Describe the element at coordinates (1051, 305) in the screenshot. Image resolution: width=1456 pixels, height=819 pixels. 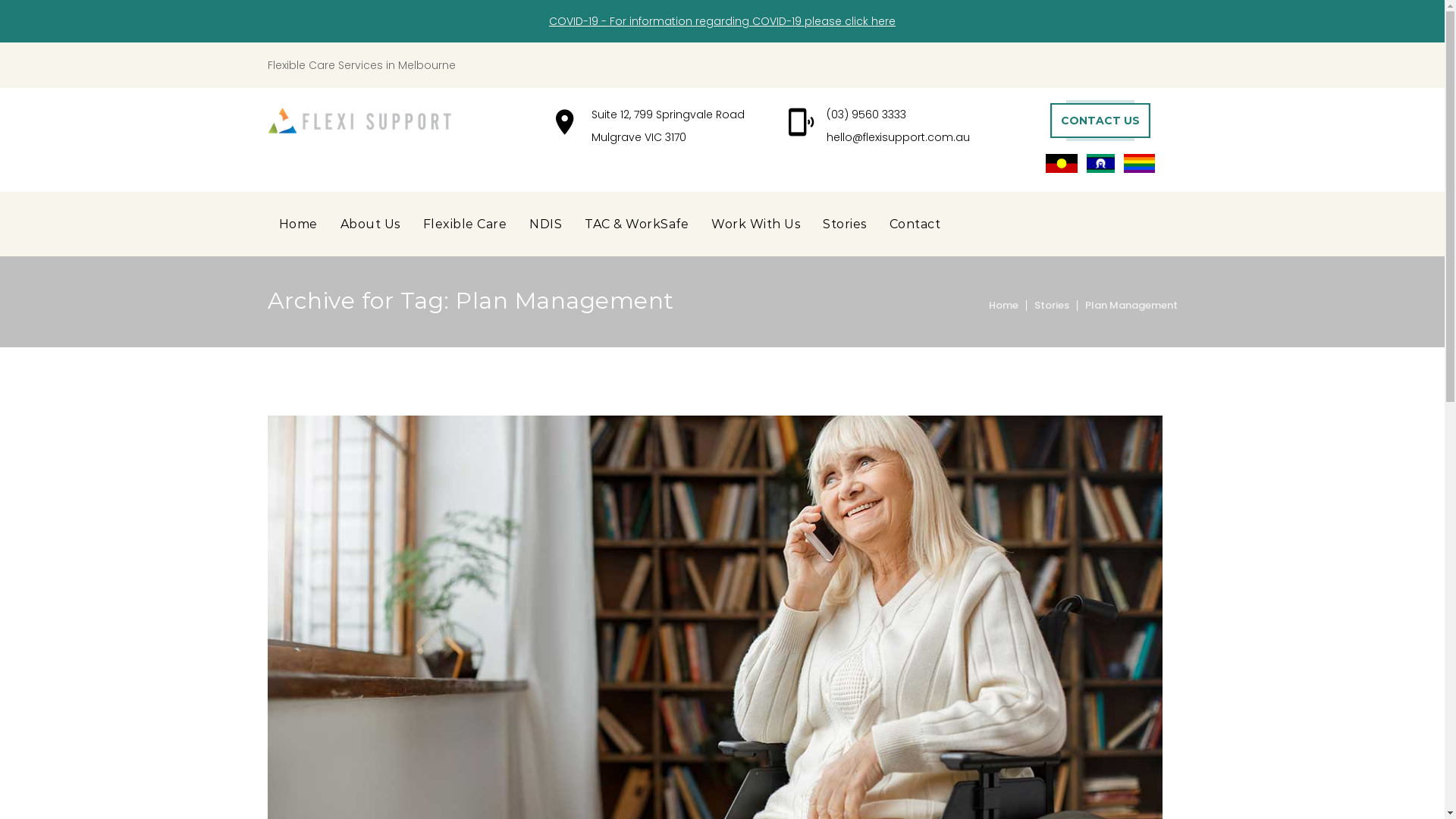
I see `'Stories'` at that location.